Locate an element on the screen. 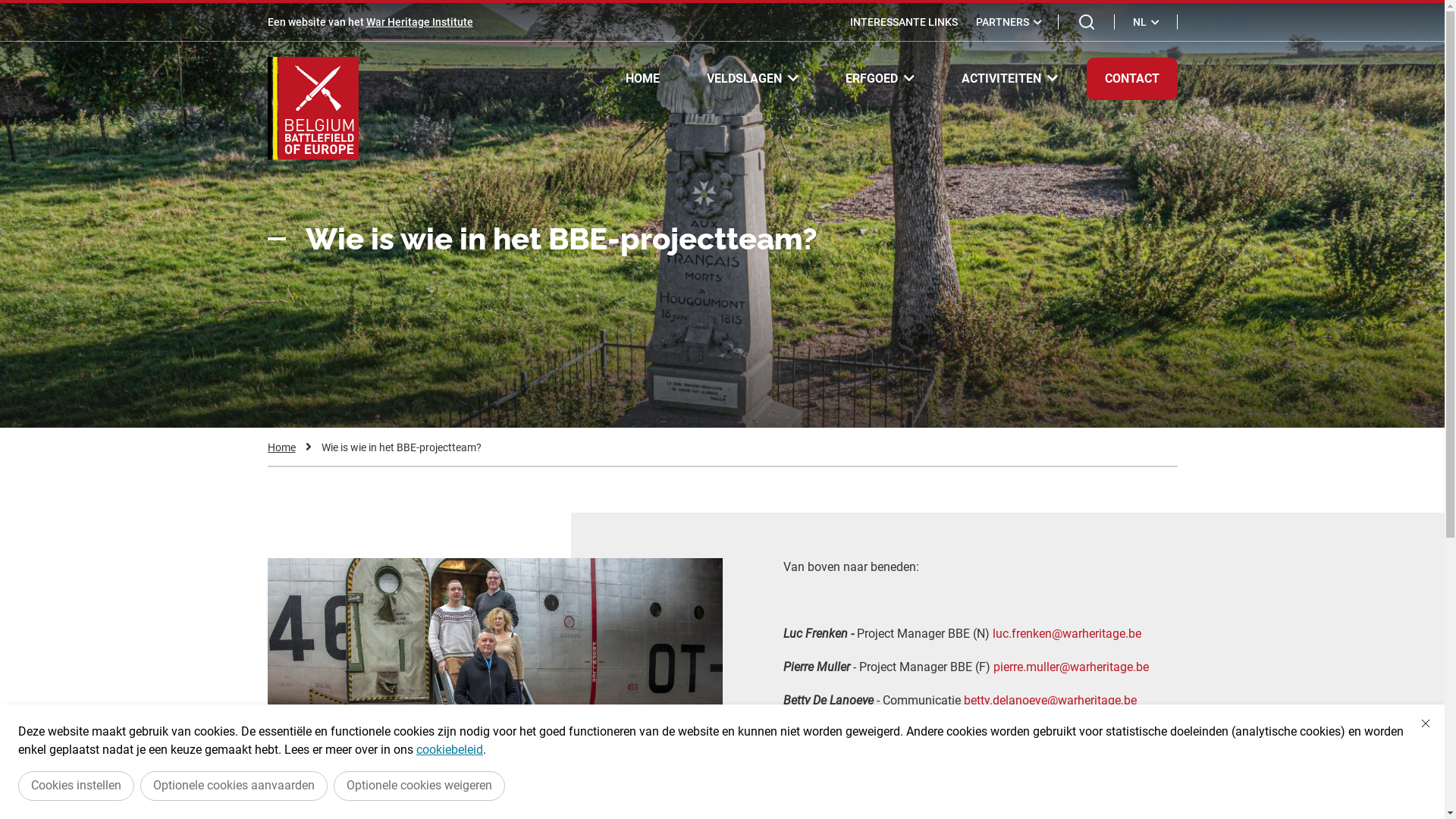  'cookiebeleid' is located at coordinates (449, 748).